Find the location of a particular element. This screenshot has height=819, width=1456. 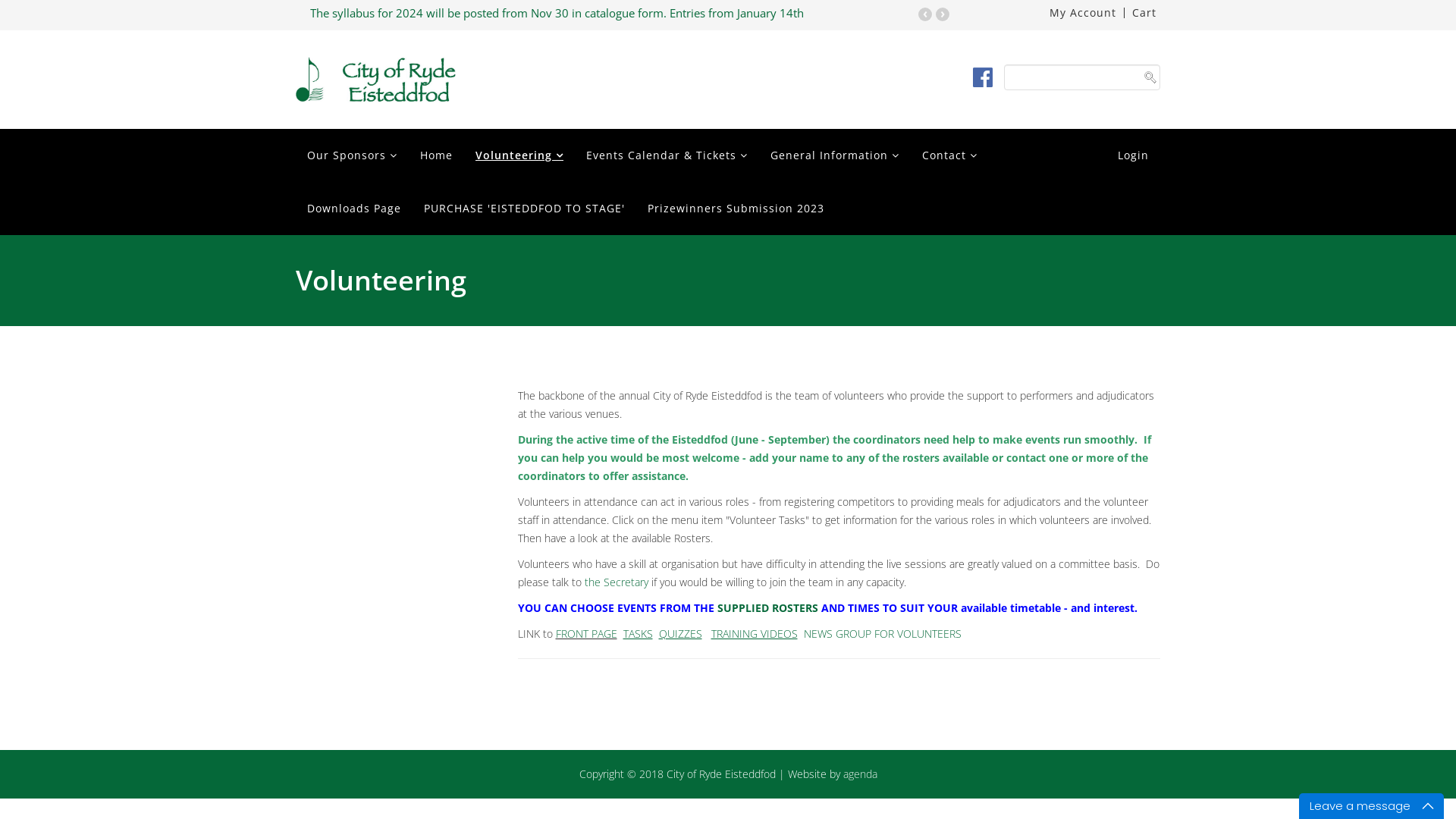

'Prizewinners Submission 2023' is located at coordinates (736, 208).